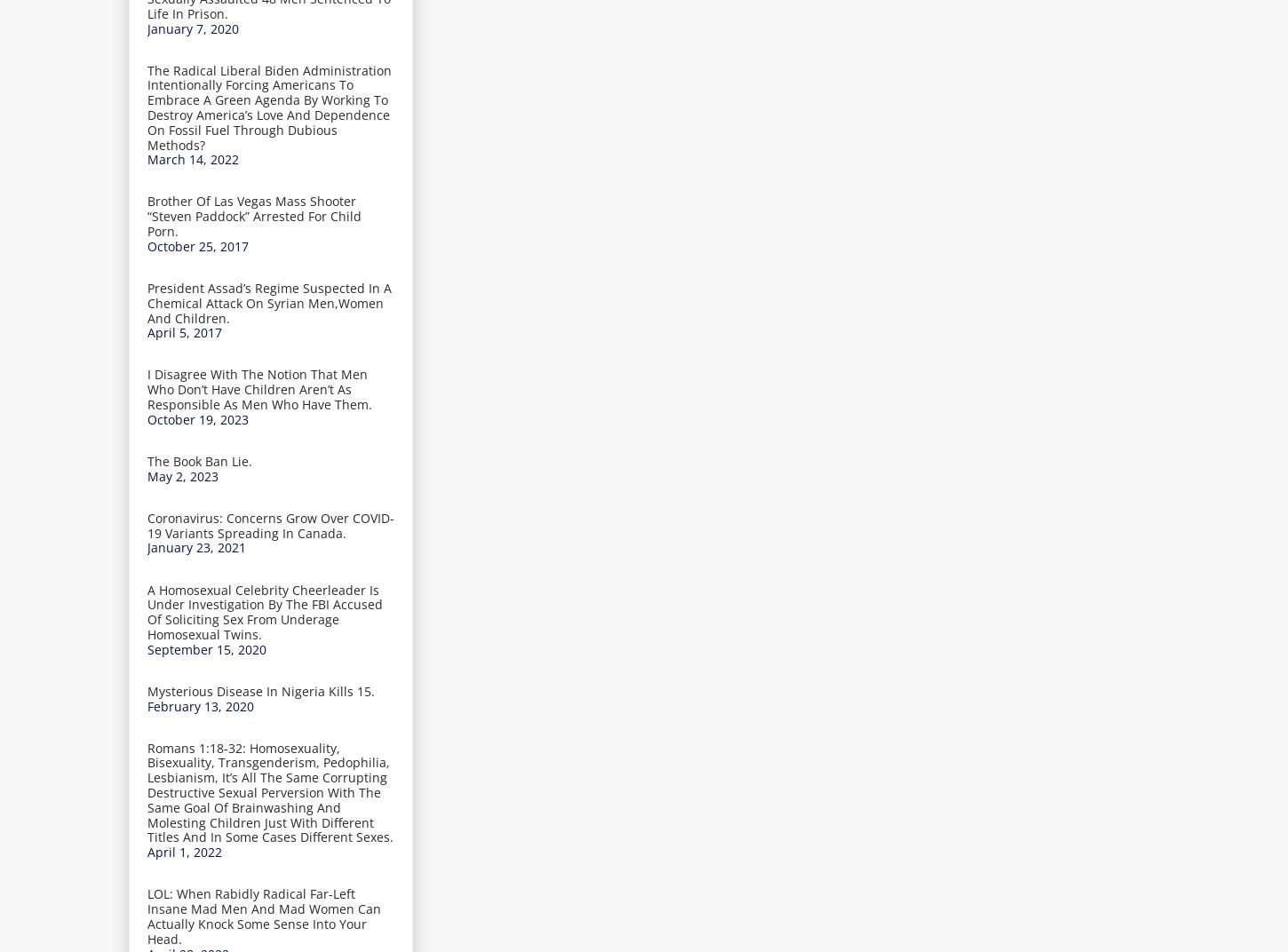 The height and width of the screenshot is (952, 1288). I want to click on 'Coronavirus: Concerns Grow Over COVID-19 Variants Spreading In Canada.', so click(147, 523).